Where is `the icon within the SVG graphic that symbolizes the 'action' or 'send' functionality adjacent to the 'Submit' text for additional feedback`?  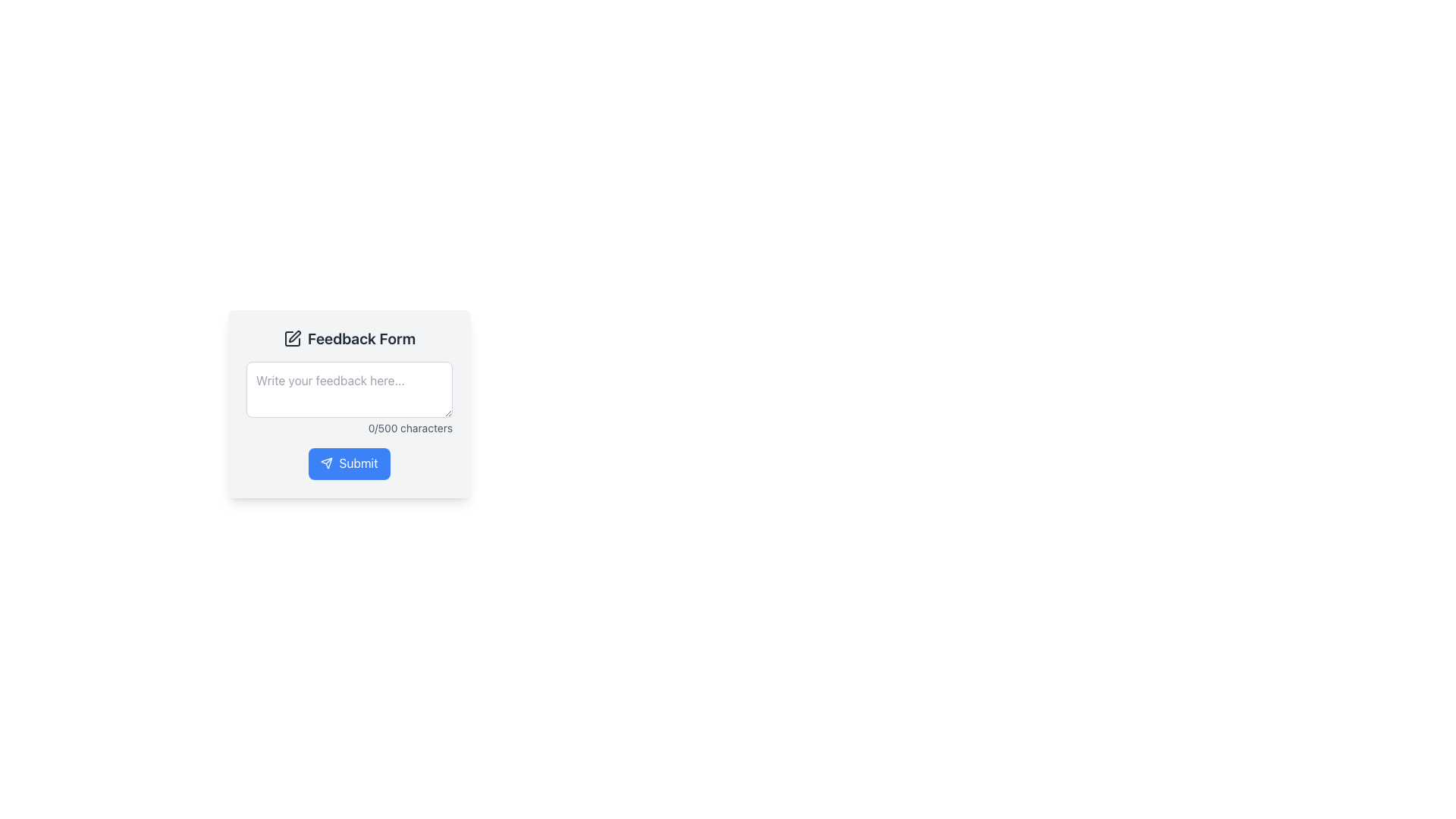 the icon within the SVG graphic that symbolizes the 'action' or 'send' functionality adjacent to the 'Submit' text for additional feedback is located at coordinates (326, 462).